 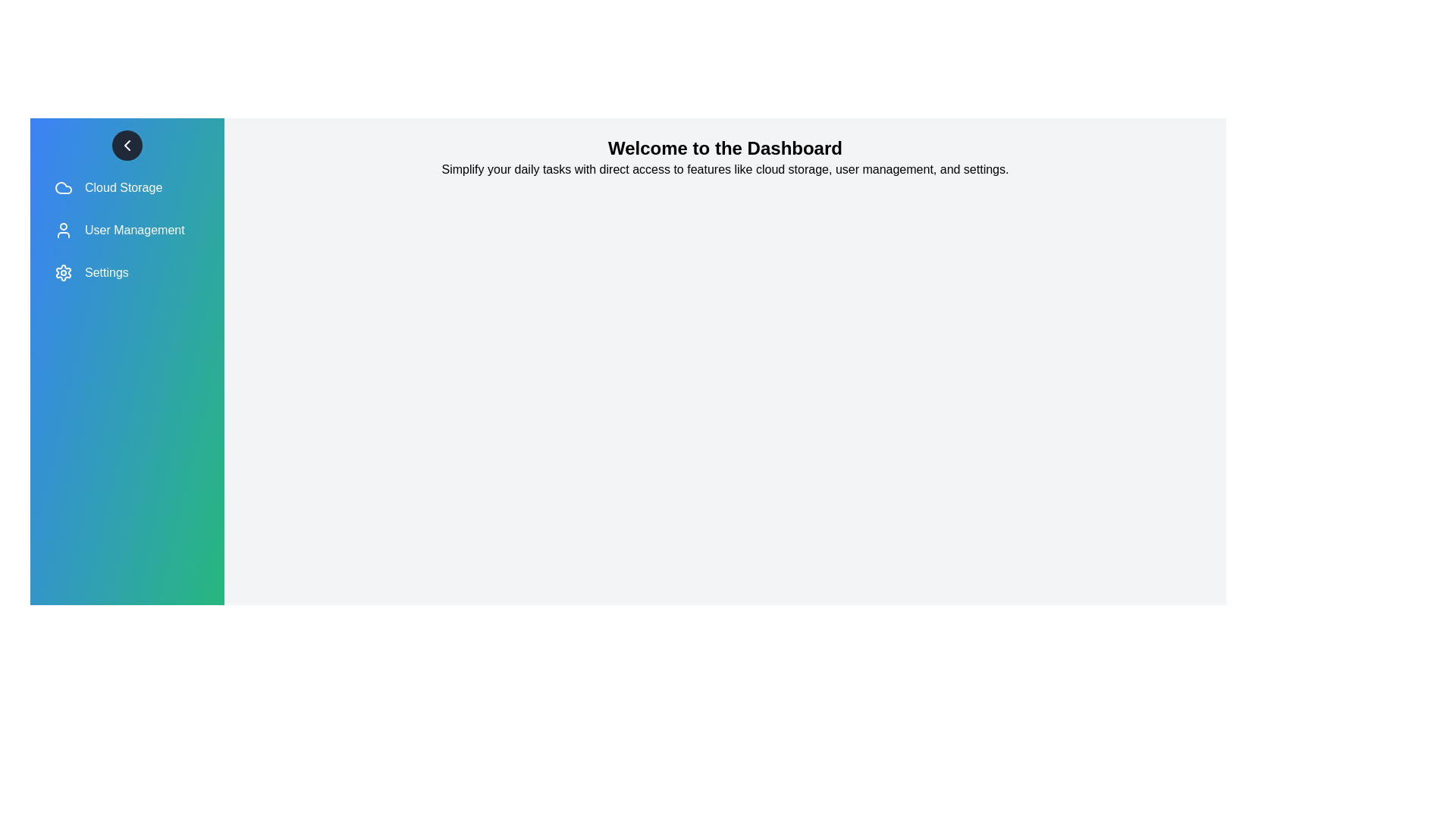 I want to click on the 'User Management' menu item, so click(x=127, y=231).